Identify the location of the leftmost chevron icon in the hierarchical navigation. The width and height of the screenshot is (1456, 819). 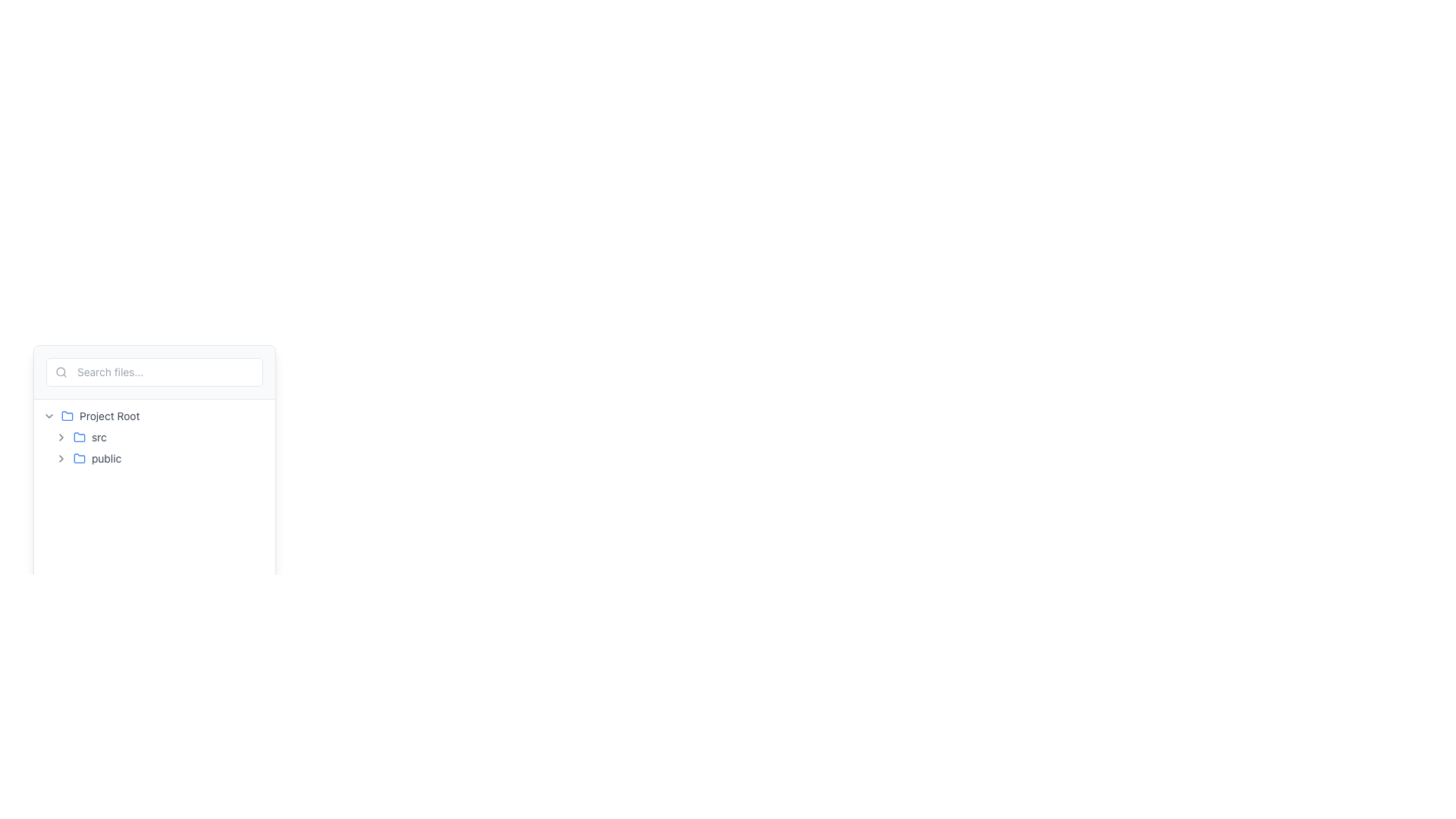
(61, 438).